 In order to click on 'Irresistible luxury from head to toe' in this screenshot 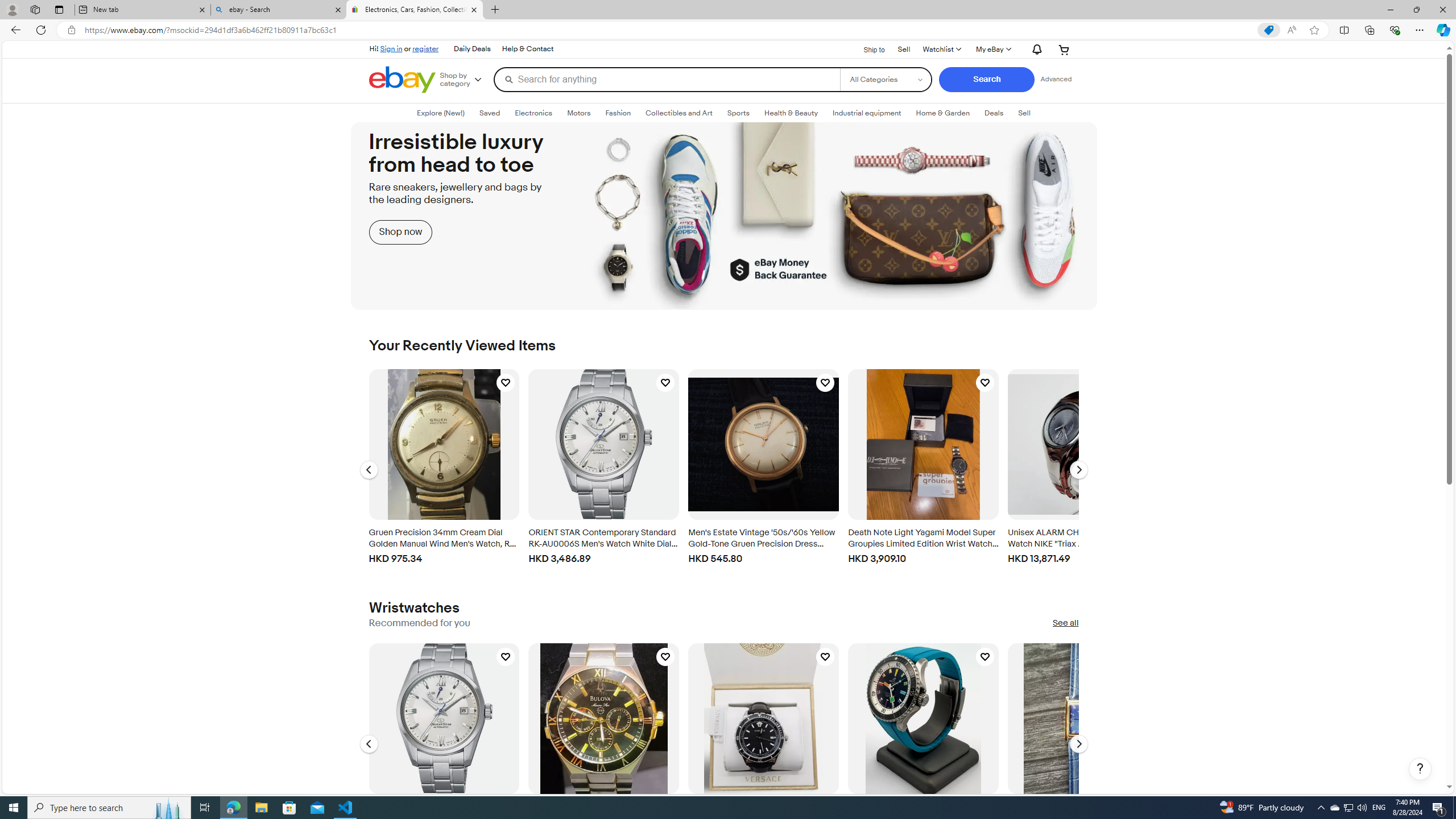, I will do `click(723, 216)`.